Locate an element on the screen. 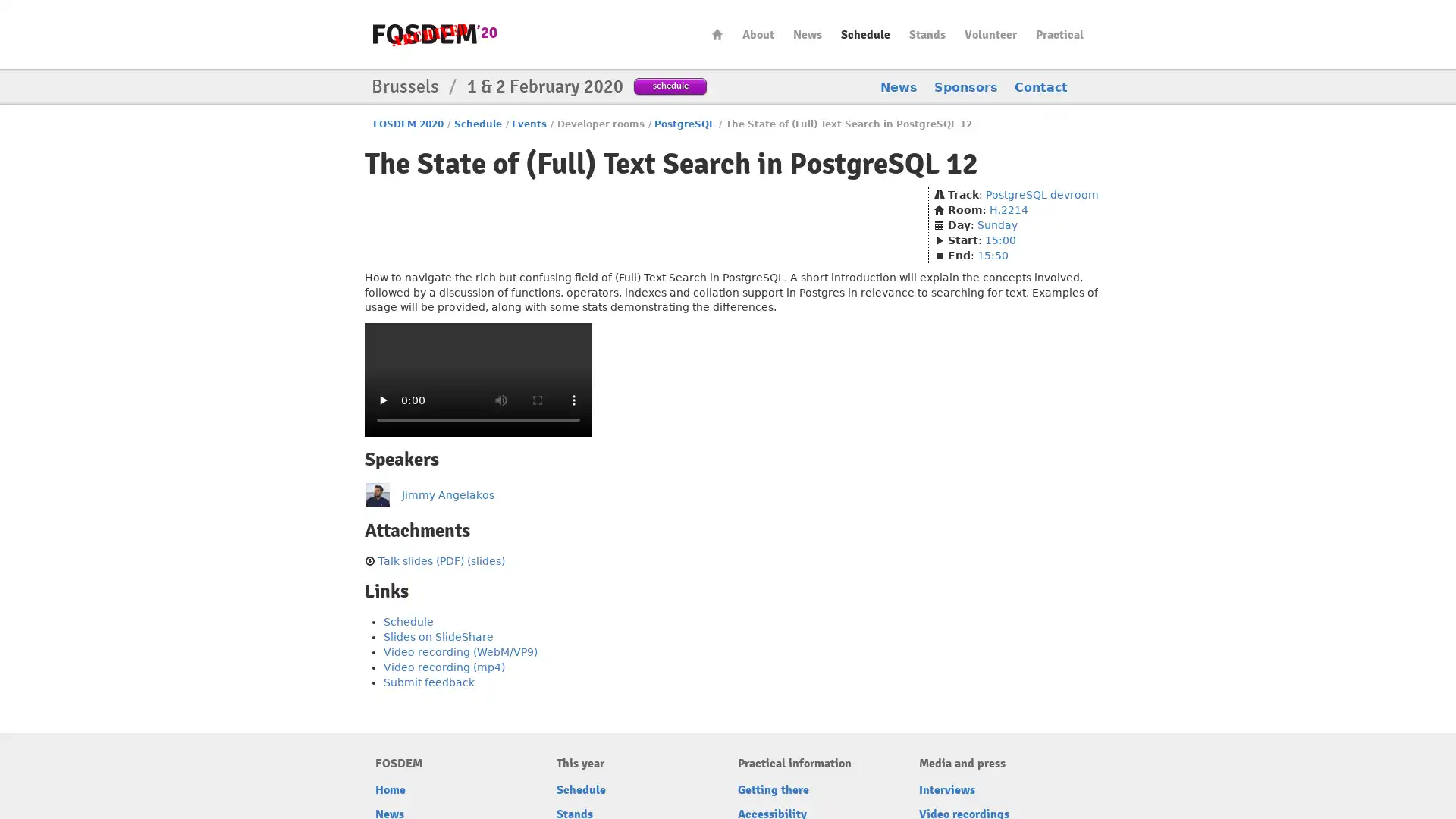  mute is located at coordinates (501, 399).